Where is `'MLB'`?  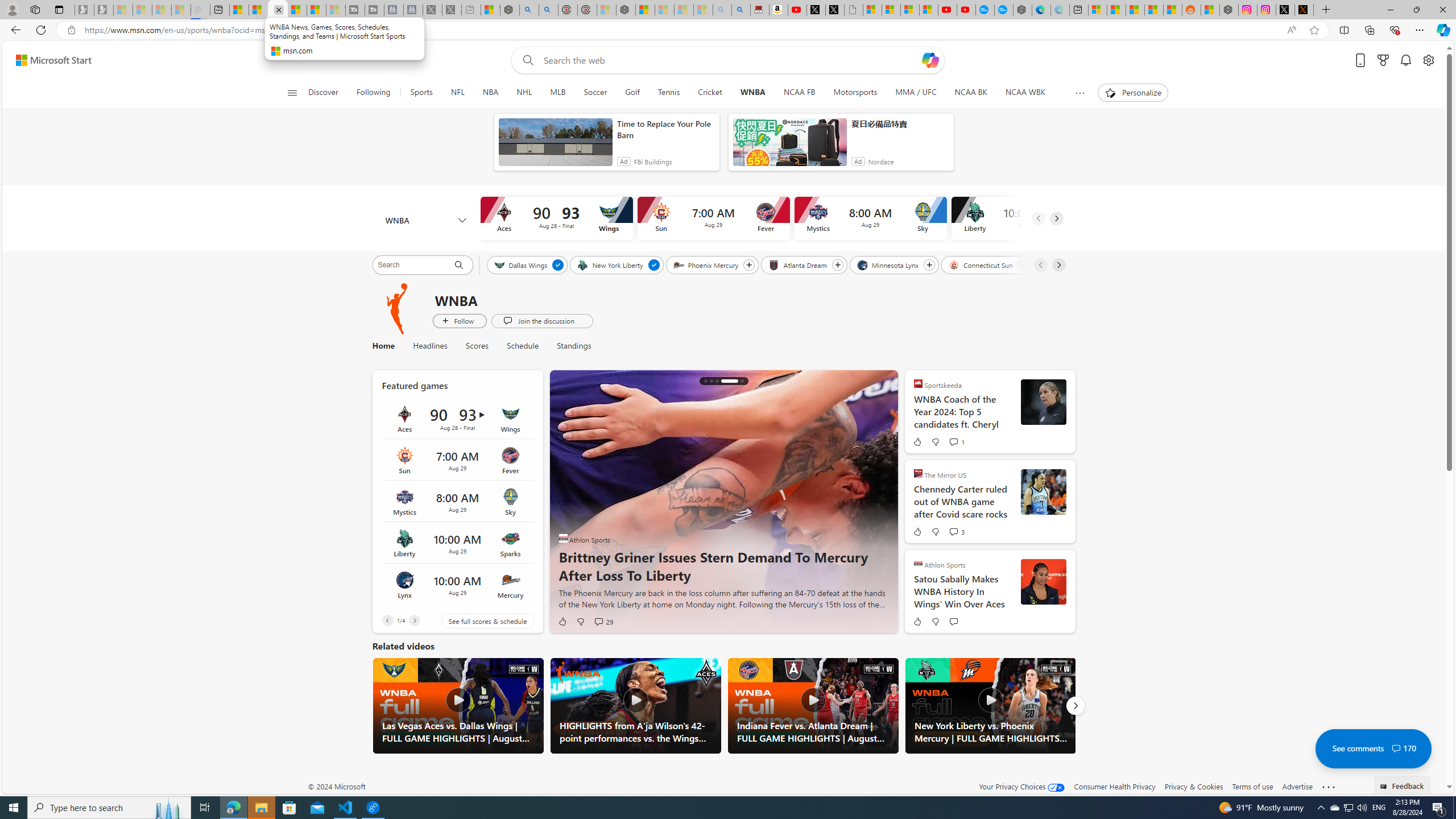
'MLB' is located at coordinates (557, 92).